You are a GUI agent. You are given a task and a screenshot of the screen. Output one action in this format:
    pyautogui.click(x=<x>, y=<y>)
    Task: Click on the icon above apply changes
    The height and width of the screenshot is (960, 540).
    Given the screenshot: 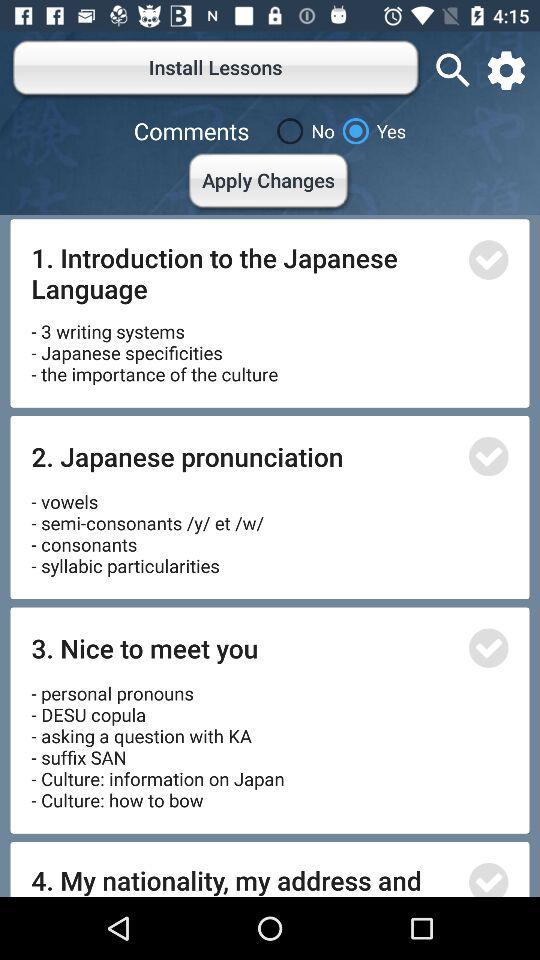 What is the action you would take?
    pyautogui.click(x=301, y=130)
    